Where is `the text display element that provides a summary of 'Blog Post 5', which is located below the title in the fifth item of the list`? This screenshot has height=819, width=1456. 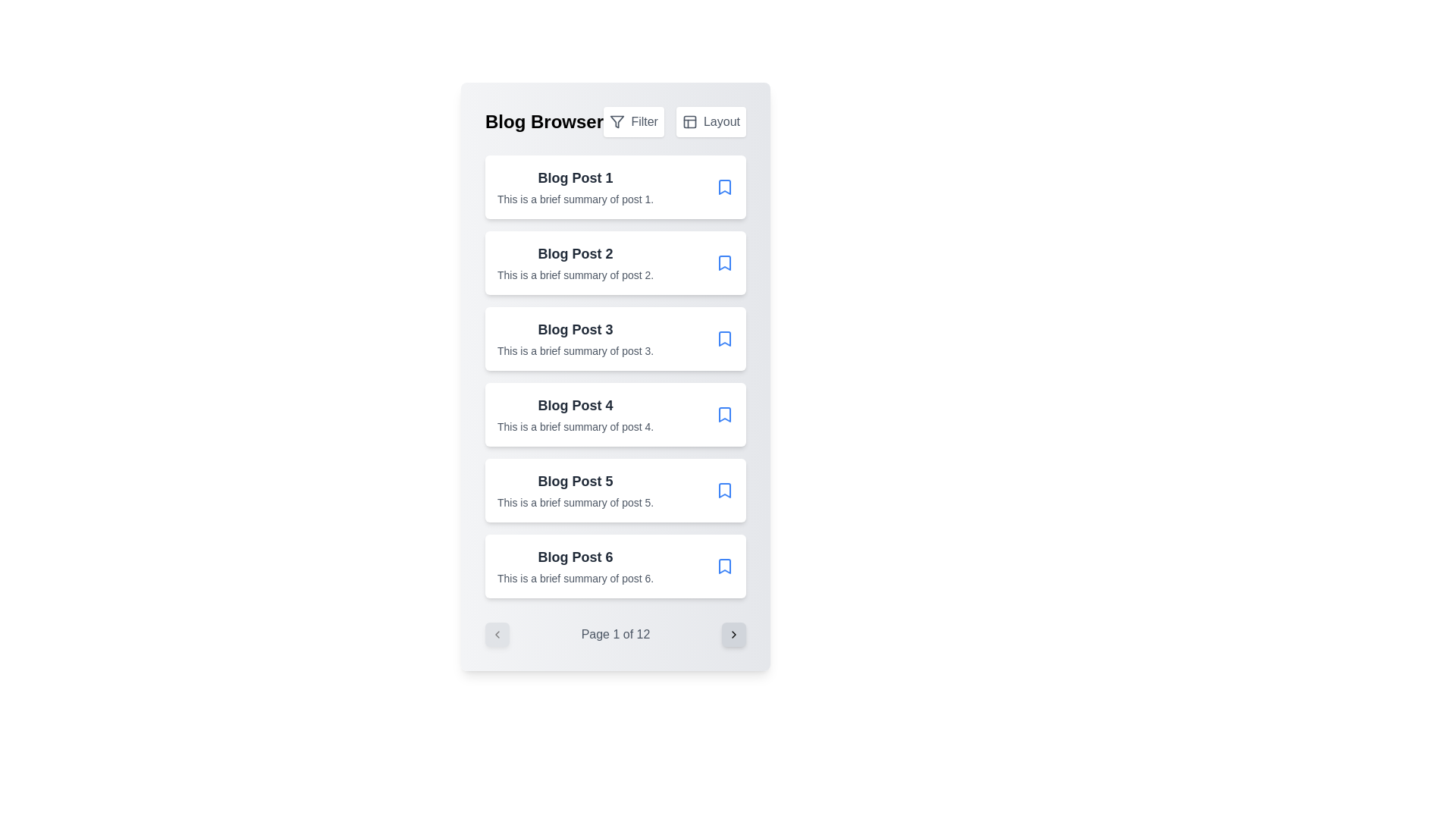 the text display element that provides a summary of 'Blog Post 5', which is located below the title in the fifth item of the list is located at coordinates (575, 503).